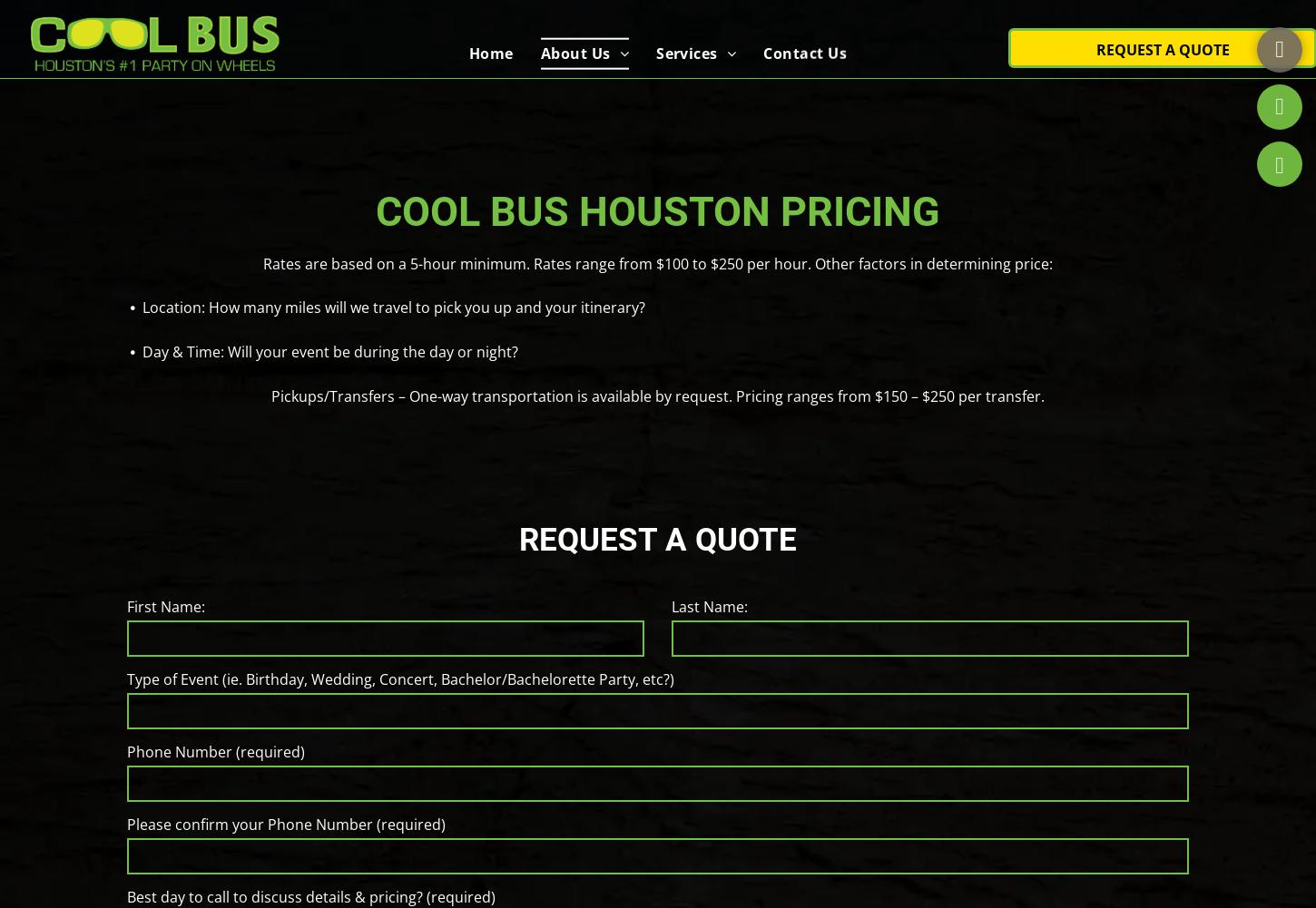 This screenshot has width=1316, height=908. Describe the element at coordinates (574, 43) in the screenshot. I see `'About Us'` at that location.